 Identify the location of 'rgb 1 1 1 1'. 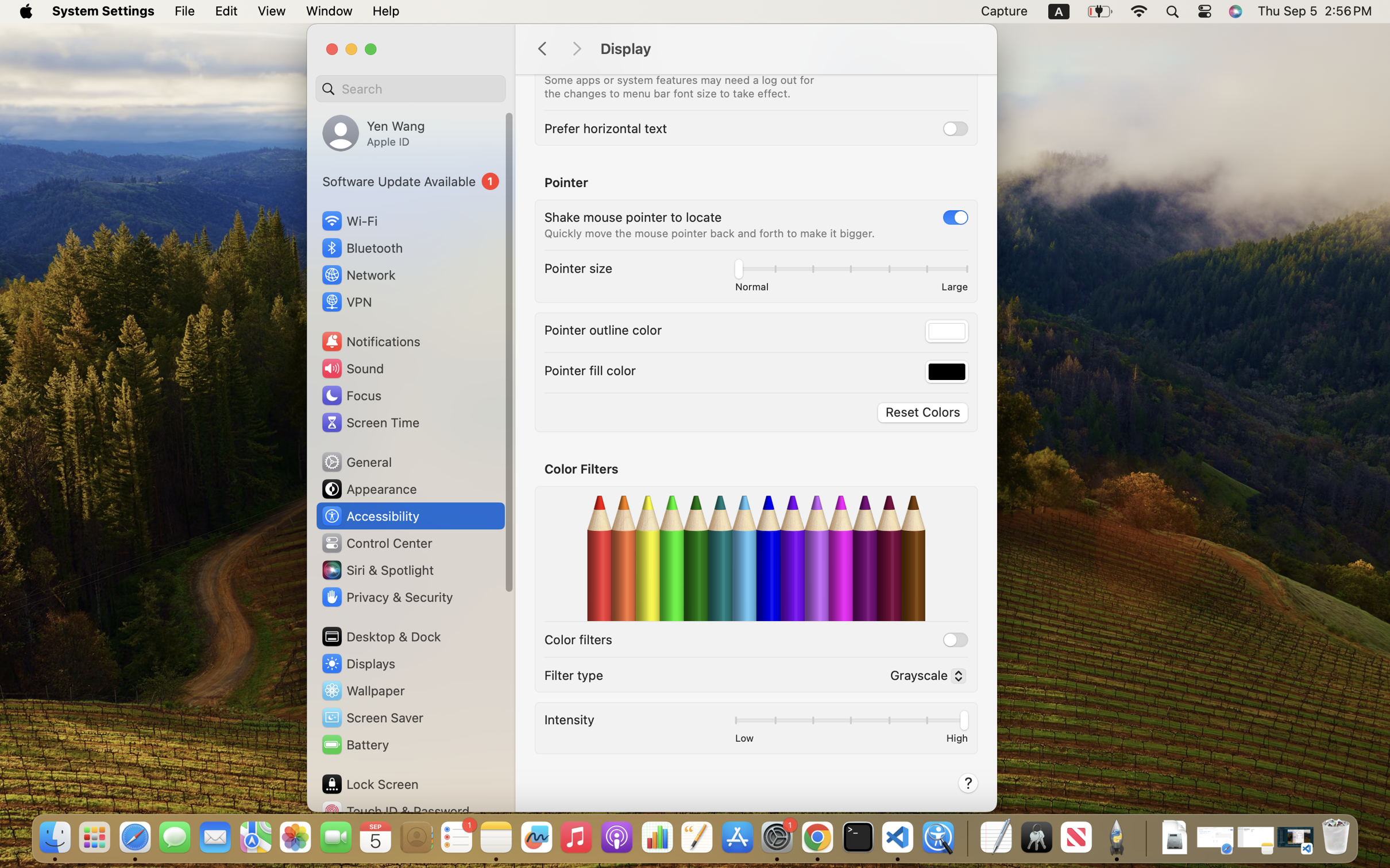
(947, 331).